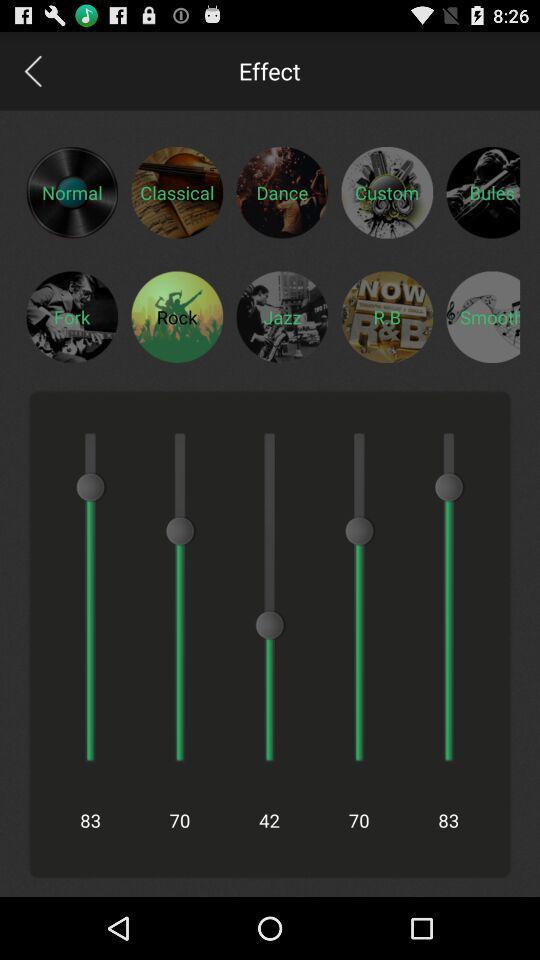  I want to click on make custom effect, so click(387, 192).